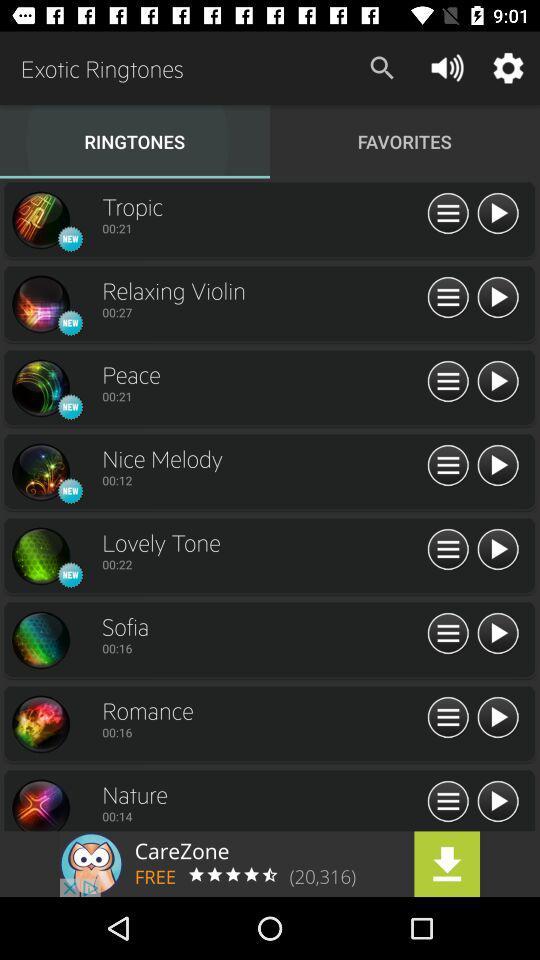 The height and width of the screenshot is (960, 540). What do you see at coordinates (448, 633) in the screenshot?
I see `options` at bounding box center [448, 633].